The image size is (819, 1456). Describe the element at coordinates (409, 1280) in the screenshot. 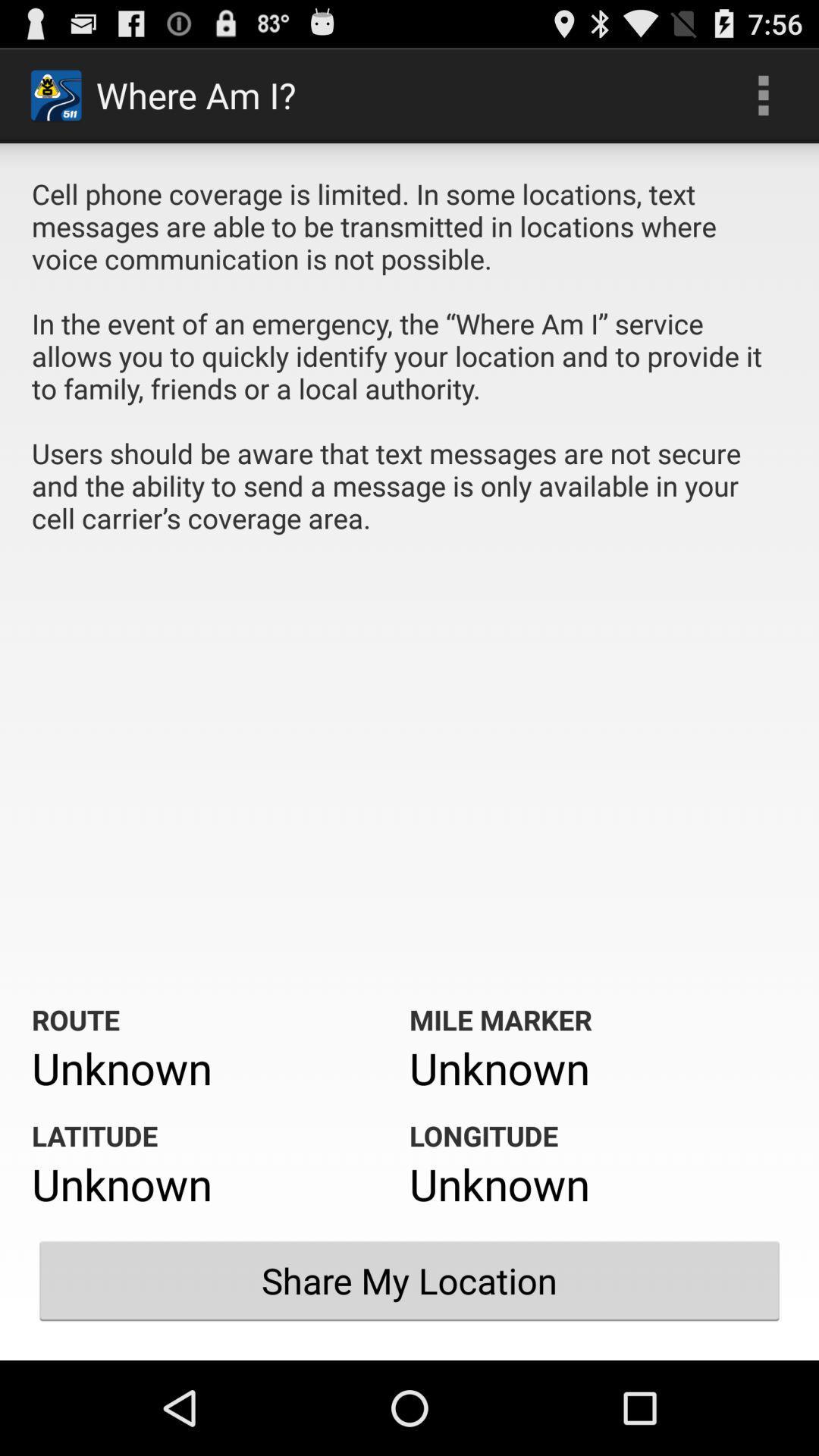

I see `the button in bottom of the page` at that location.